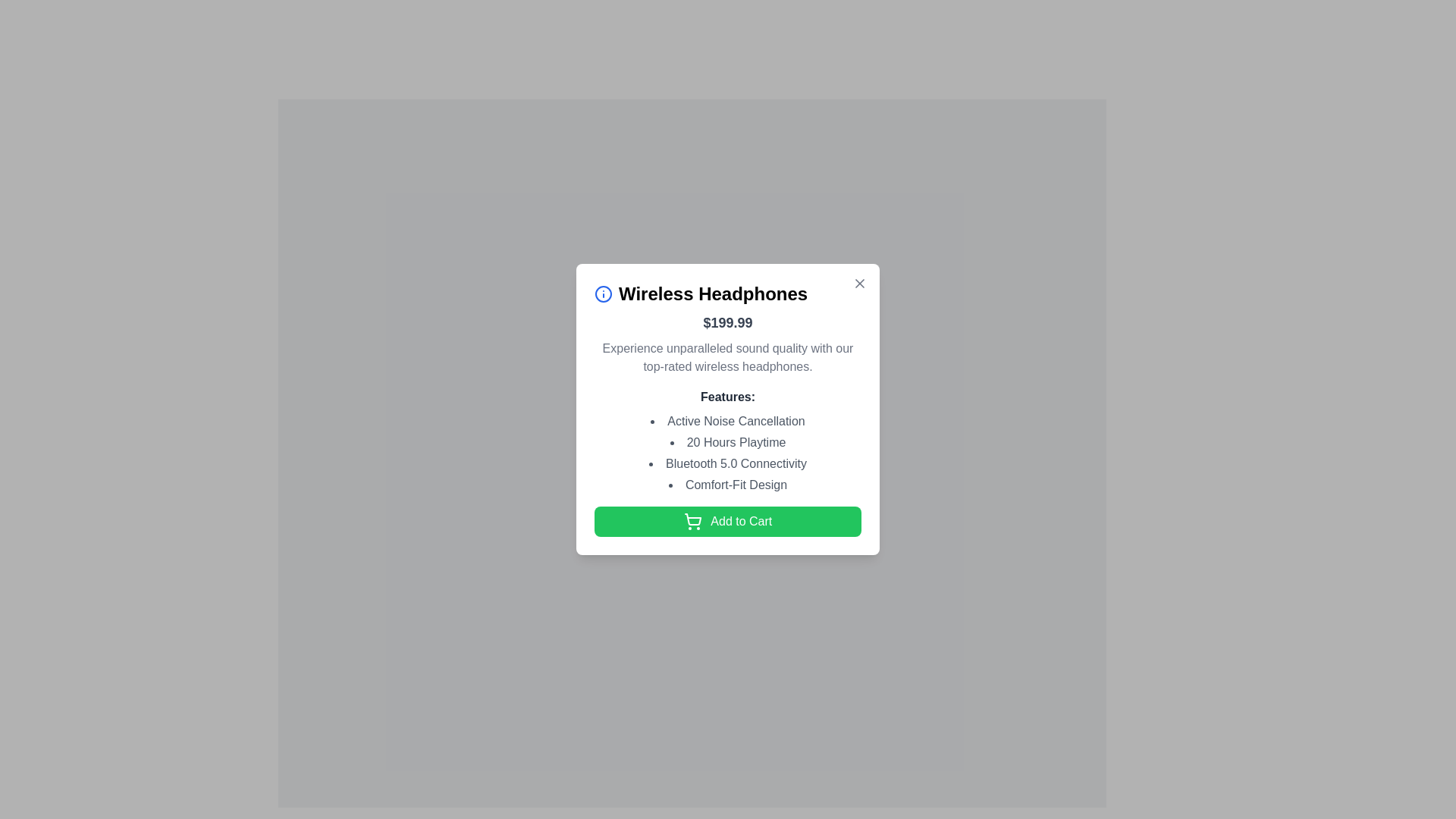 This screenshot has height=819, width=1456. Describe the element at coordinates (728, 396) in the screenshot. I see `the bold gray text label displaying 'Features:' located within the product information card` at that location.